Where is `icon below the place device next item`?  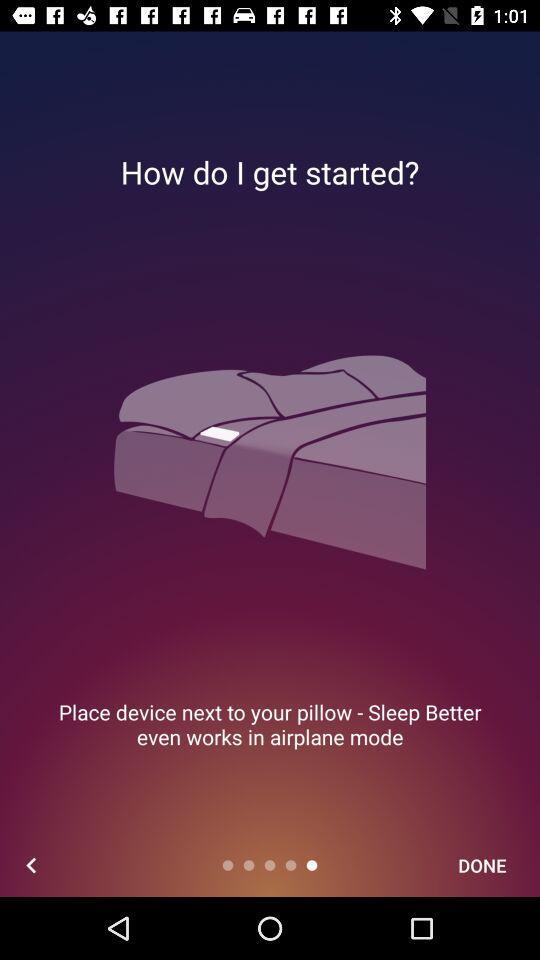 icon below the place device next item is located at coordinates (30, 864).